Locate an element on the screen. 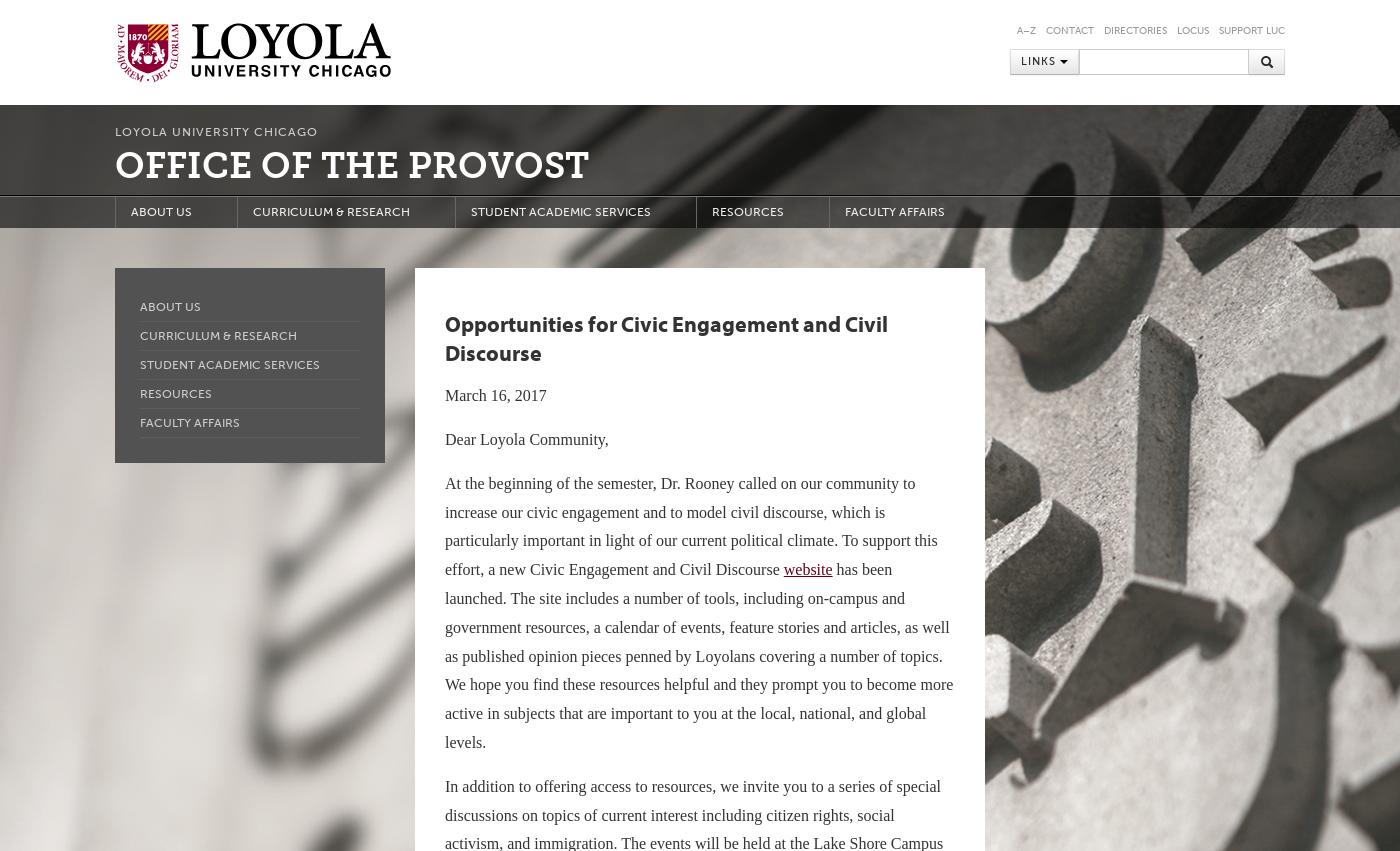  'Loyola University Chicago' is located at coordinates (216, 131).